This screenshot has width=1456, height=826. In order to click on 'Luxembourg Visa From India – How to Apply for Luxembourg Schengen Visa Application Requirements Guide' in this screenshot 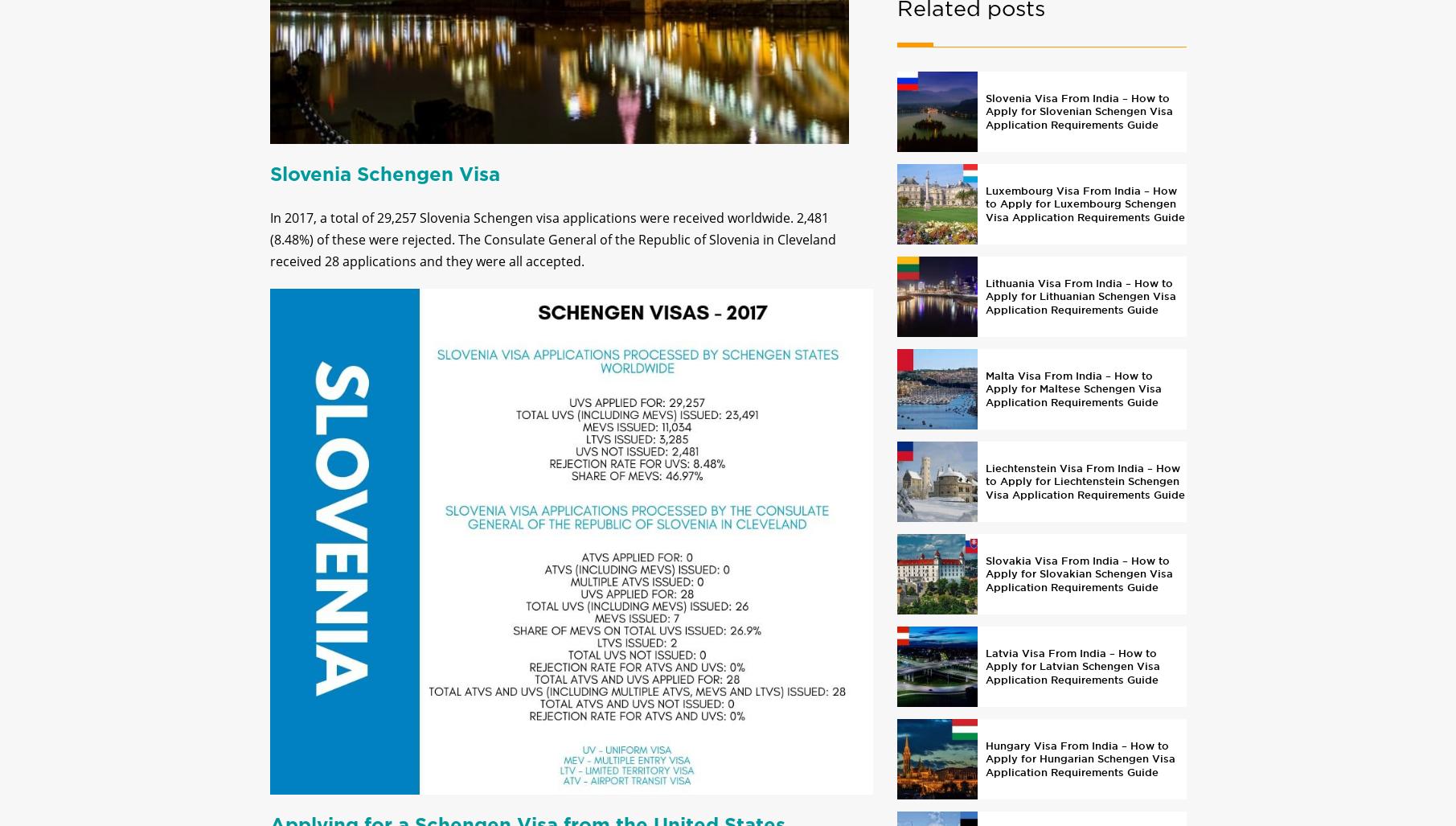, I will do `click(1084, 216)`.